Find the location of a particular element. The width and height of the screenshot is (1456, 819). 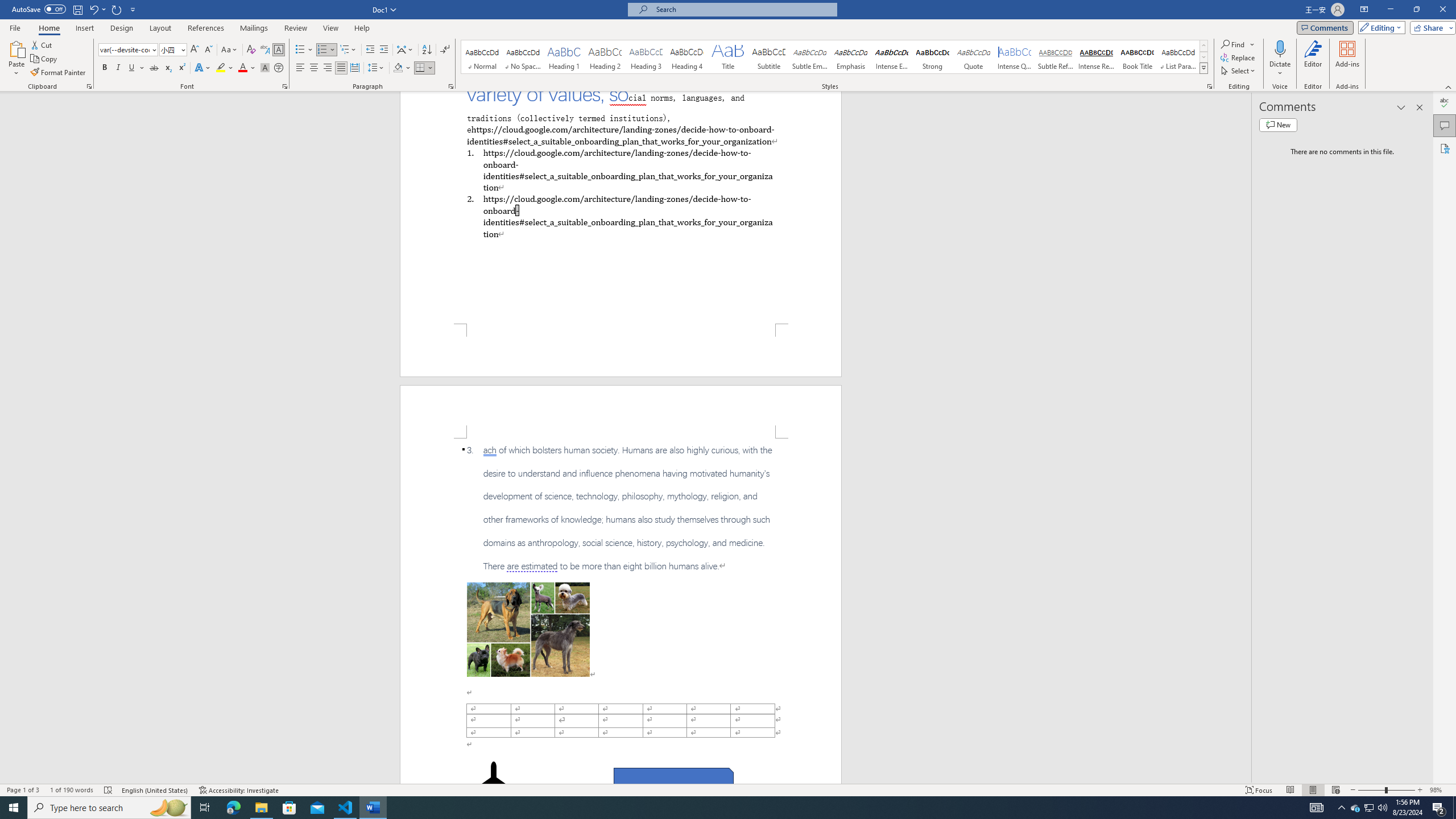

'Strikethrough' is located at coordinates (154, 67).